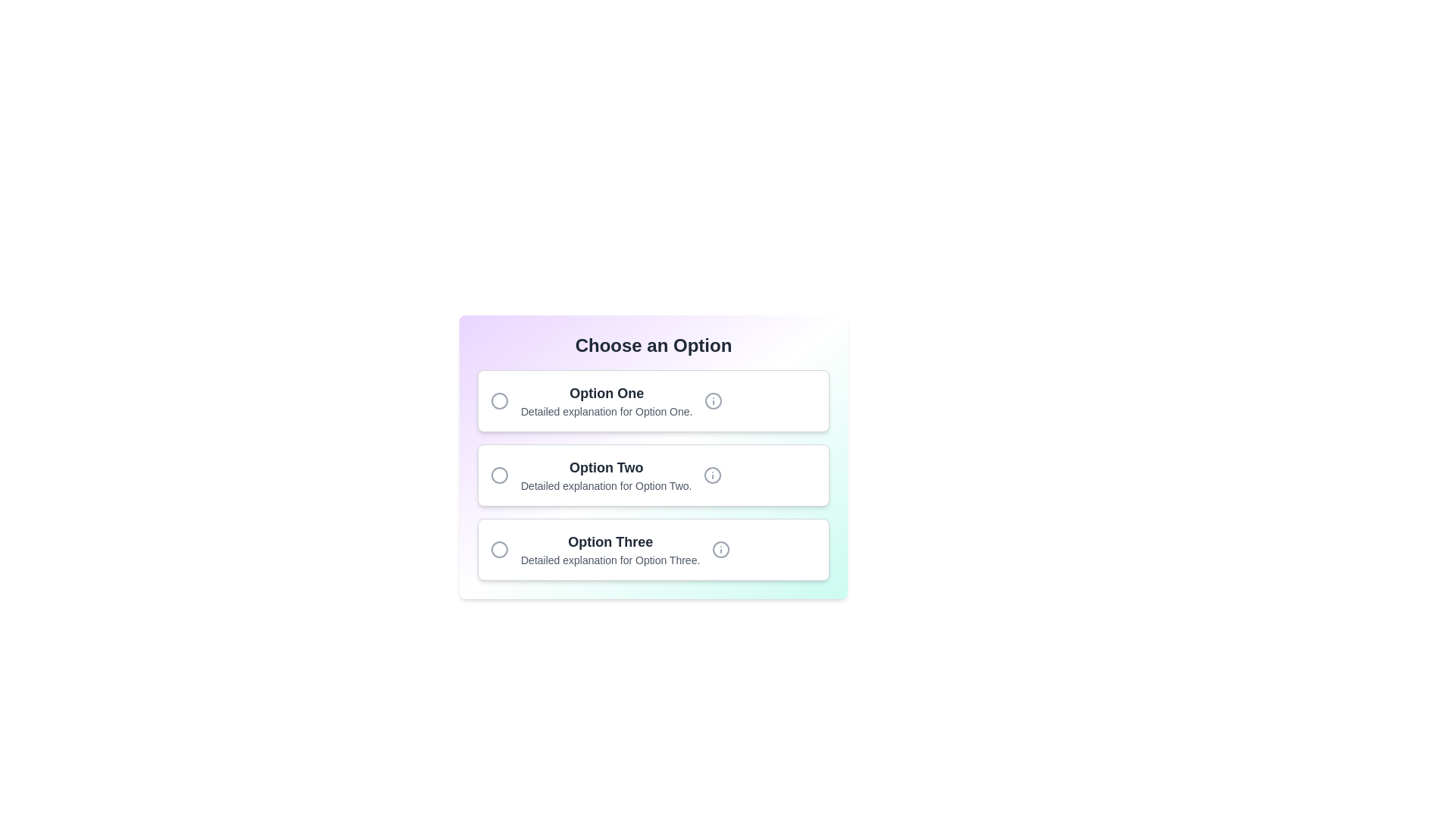 The image size is (1456, 819). Describe the element at coordinates (499, 475) in the screenshot. I see `the radio button-like icon that is positioned to the left of 'Option Two' and 'Detailed explanation for Option Two'` at that location.